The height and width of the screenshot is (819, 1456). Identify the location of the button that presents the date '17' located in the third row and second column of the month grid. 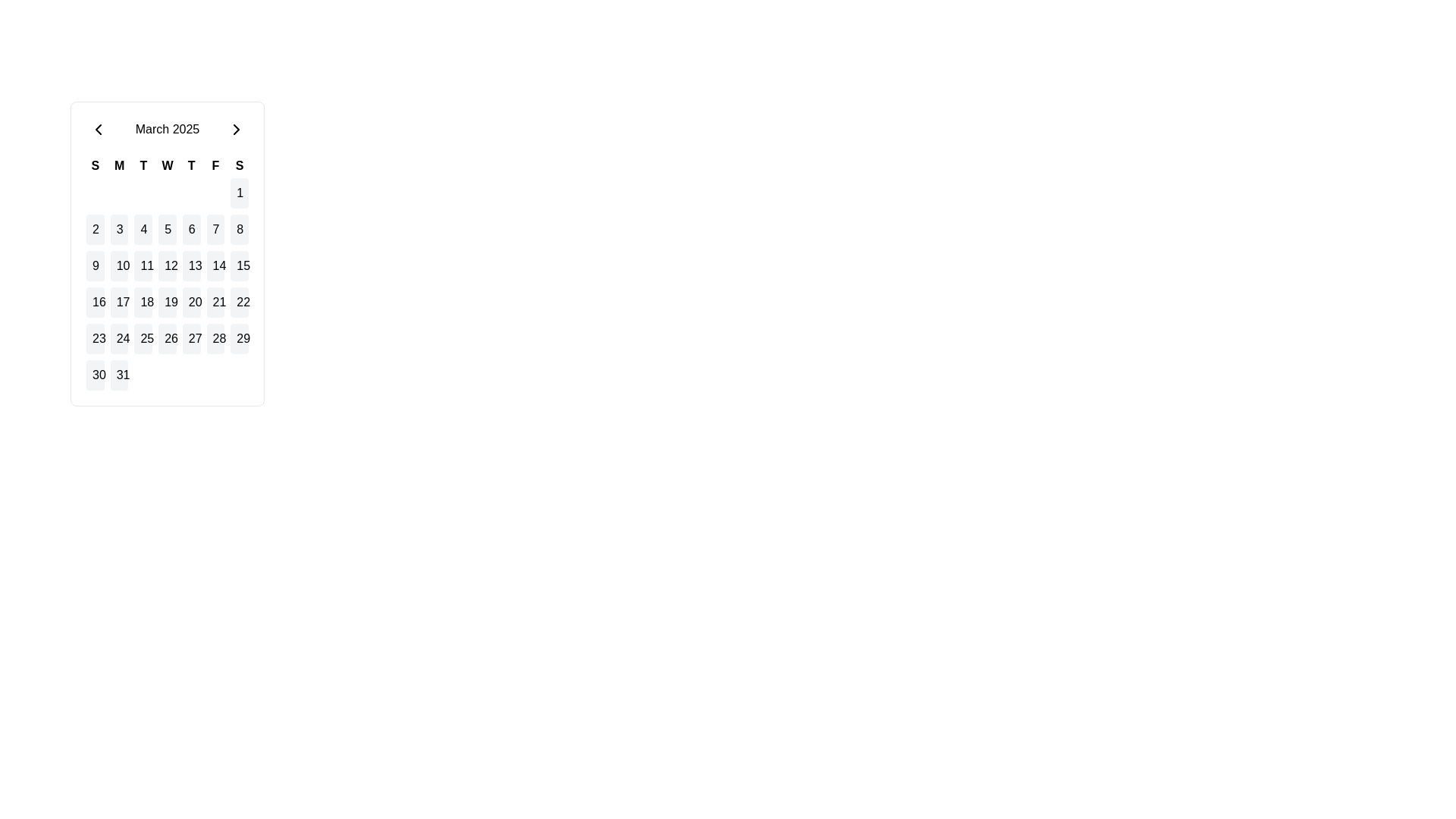
(118, 302).